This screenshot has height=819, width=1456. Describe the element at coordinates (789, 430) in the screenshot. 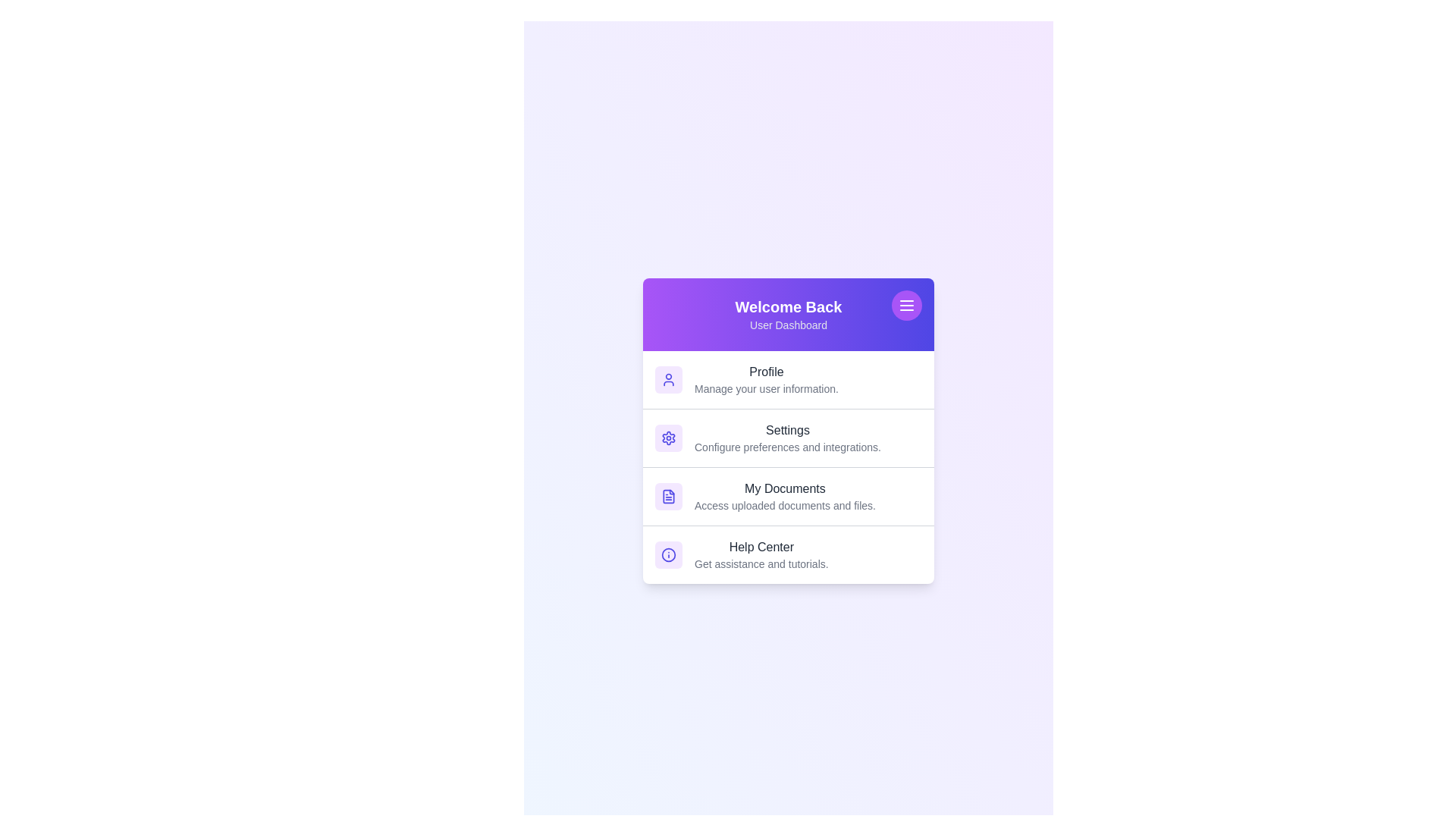

I see `the text of the list item Settings` at that location.